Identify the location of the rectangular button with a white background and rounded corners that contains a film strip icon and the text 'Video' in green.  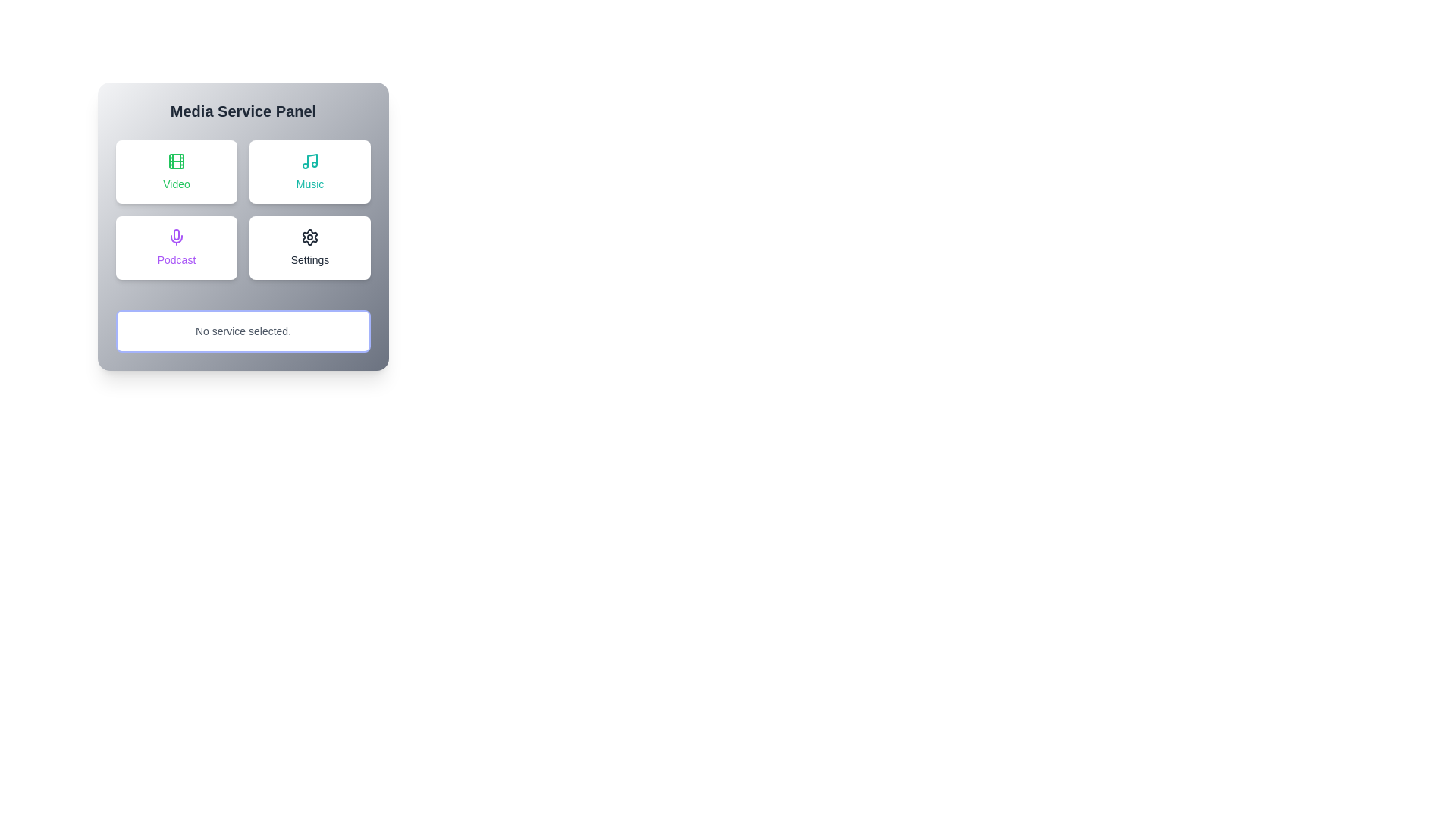
(177, 171).